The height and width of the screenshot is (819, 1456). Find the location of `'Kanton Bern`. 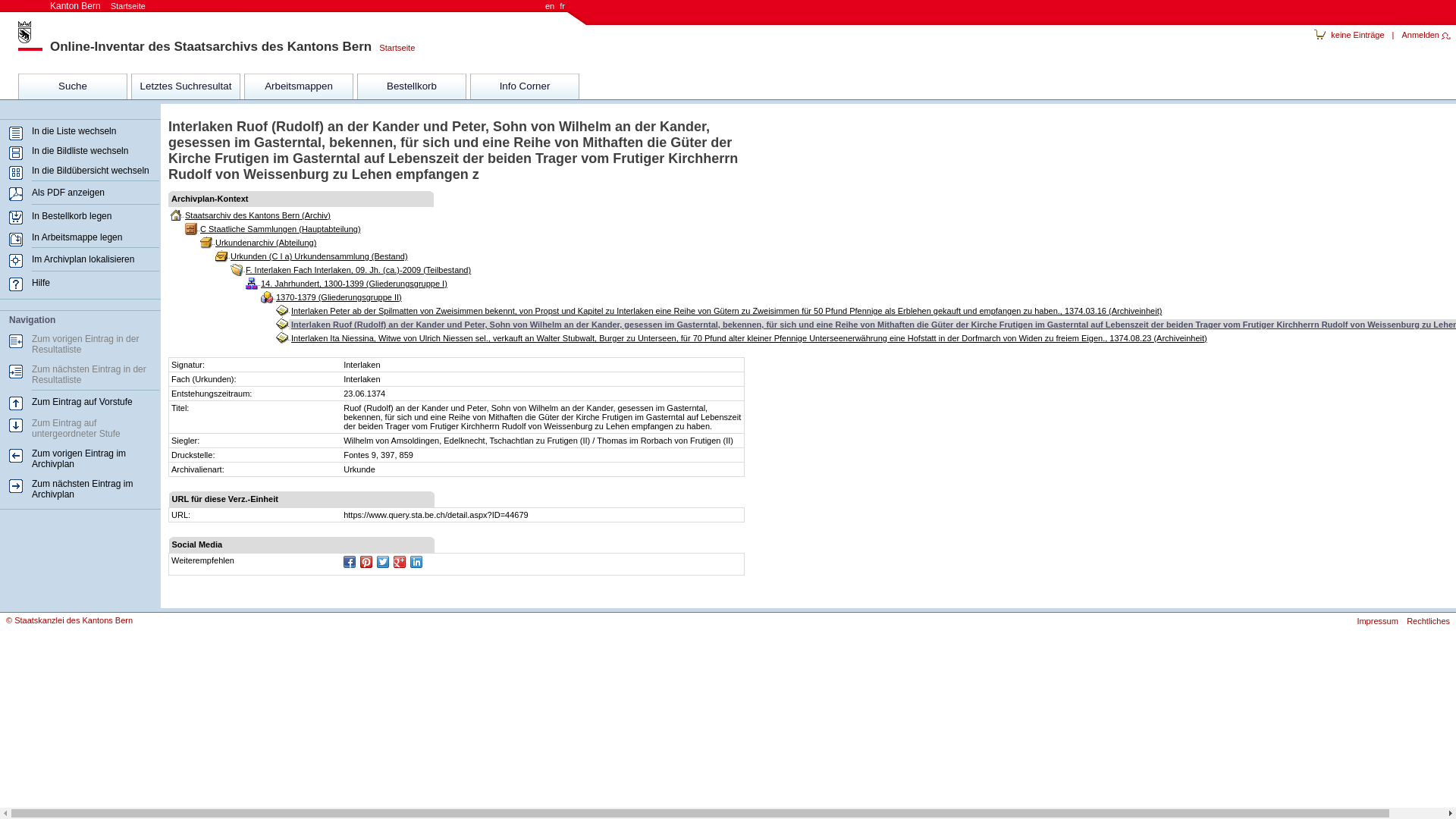

'Kanton Bern is located at coordinates (97, 5).